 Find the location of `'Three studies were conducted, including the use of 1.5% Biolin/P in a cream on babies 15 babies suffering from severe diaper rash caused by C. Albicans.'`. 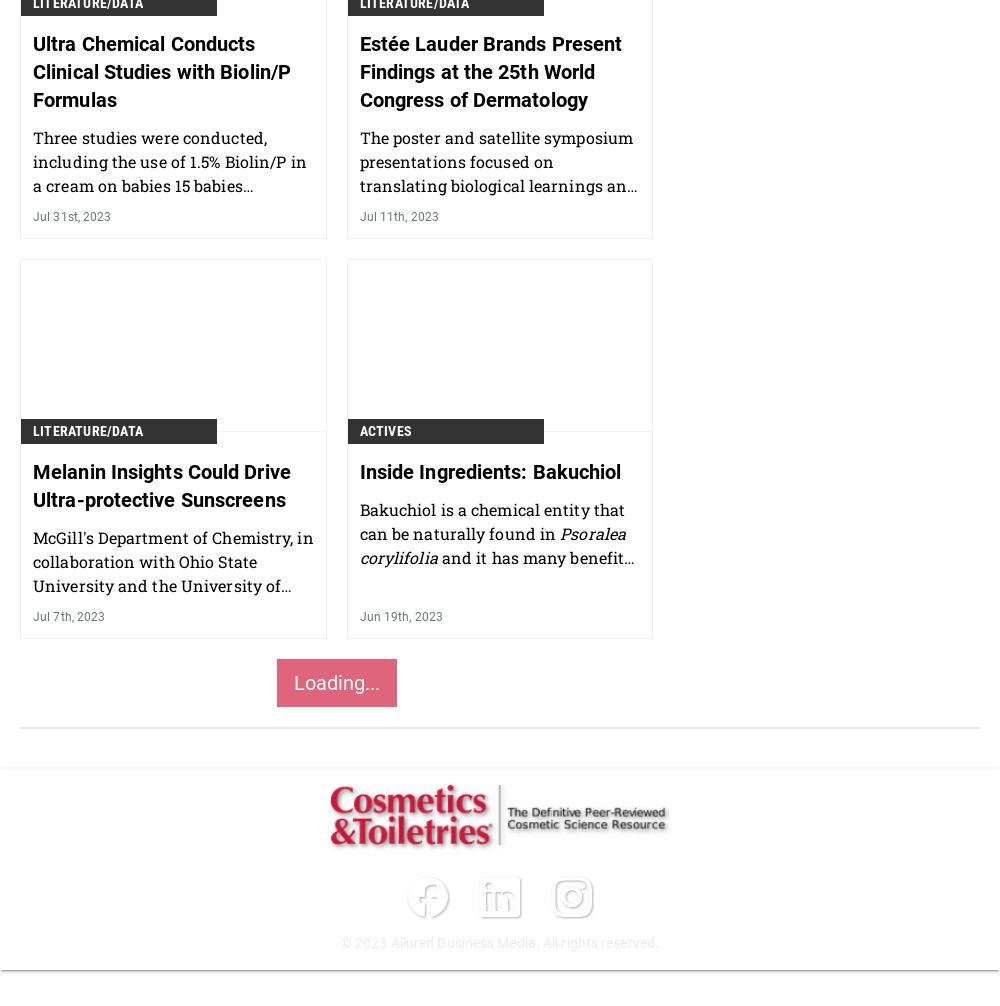

'Three studies were conducted, including the use of 1.5% Biolin/P in a cream on babies 15 babies suffering from severe diaper rash caused by C. Albicans.' is located at coordinates (169, 185).